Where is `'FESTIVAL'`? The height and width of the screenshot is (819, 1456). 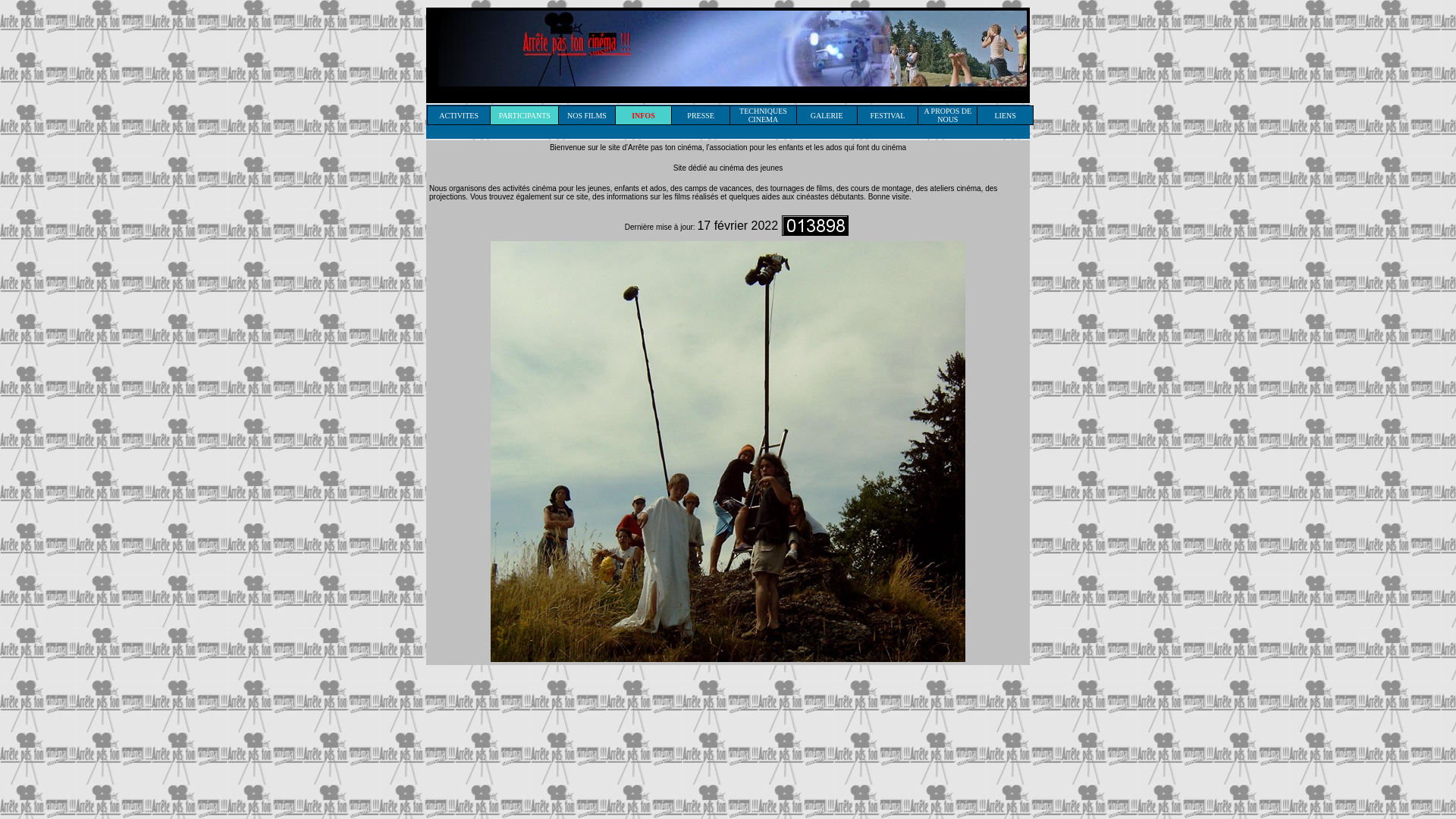 'FESTIVAL' is located at coordinates (888, 113).